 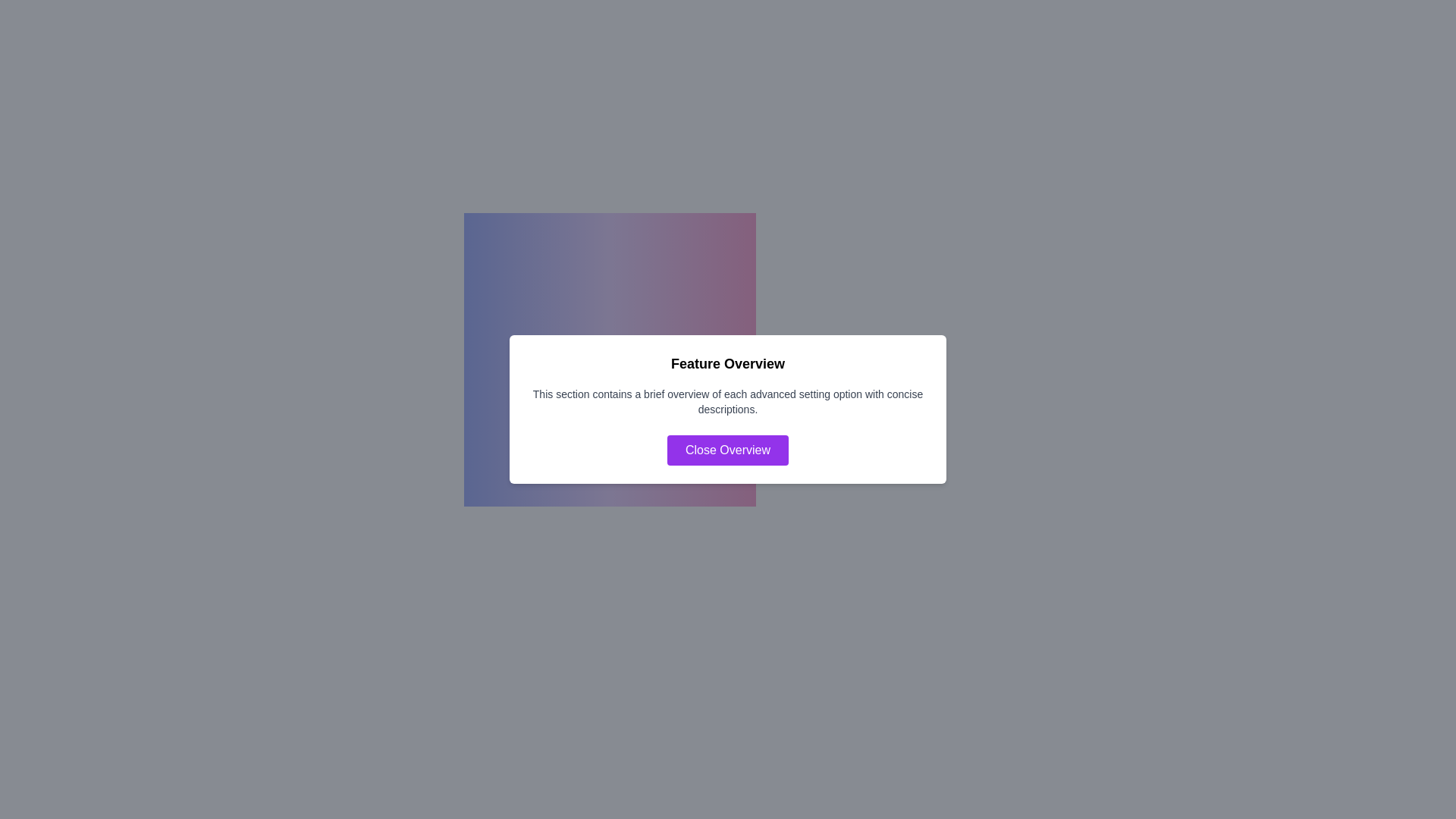 I want to click on the Text Block that provides additional context or explanation of the advanced settings, located below the 'Feature Overview' heading and above the 'Close Overview' button, so click(x=728, y=400).